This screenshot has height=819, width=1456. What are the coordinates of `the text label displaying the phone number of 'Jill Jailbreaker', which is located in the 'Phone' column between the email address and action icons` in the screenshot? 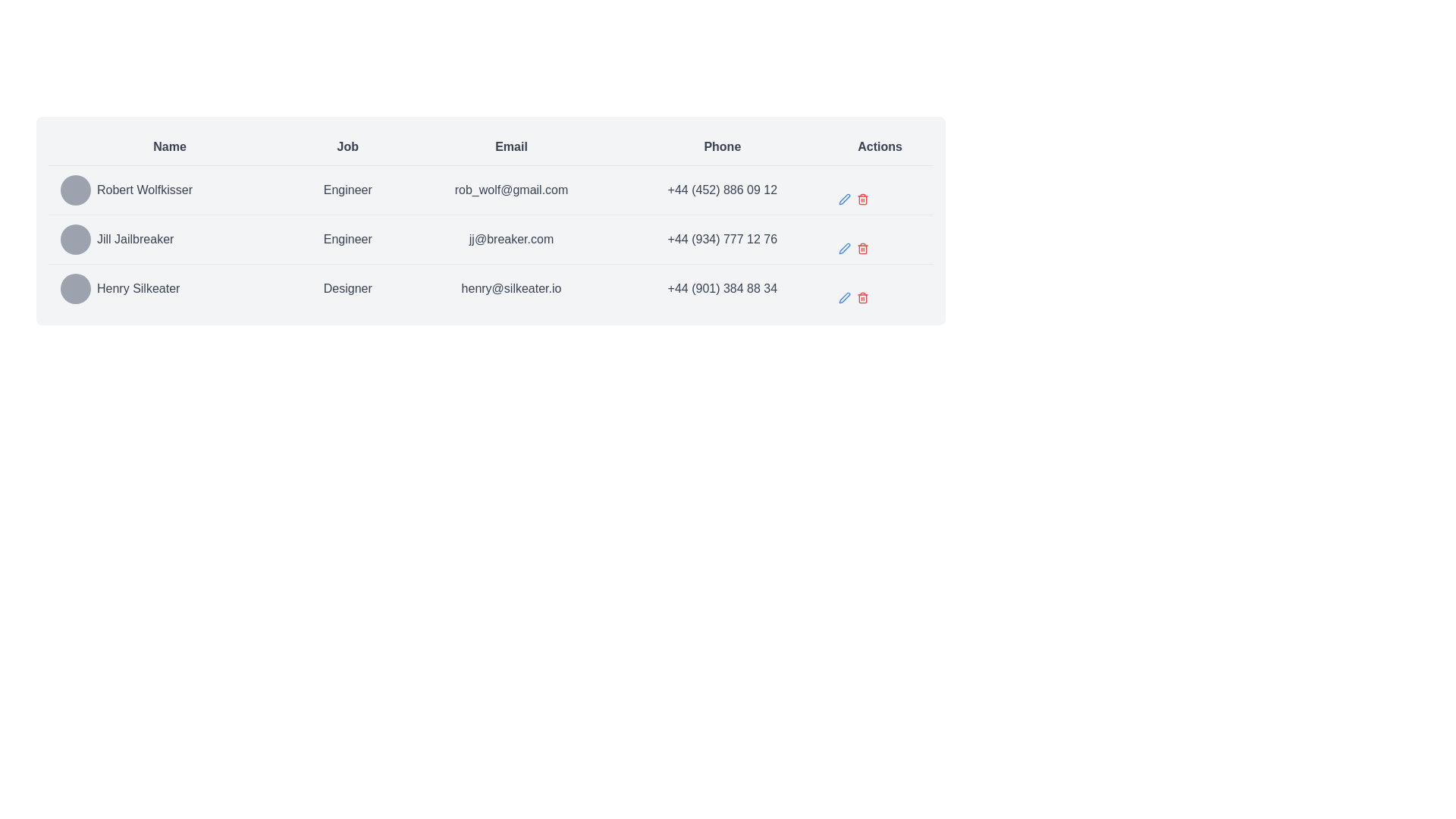 It's located at (721, 239).